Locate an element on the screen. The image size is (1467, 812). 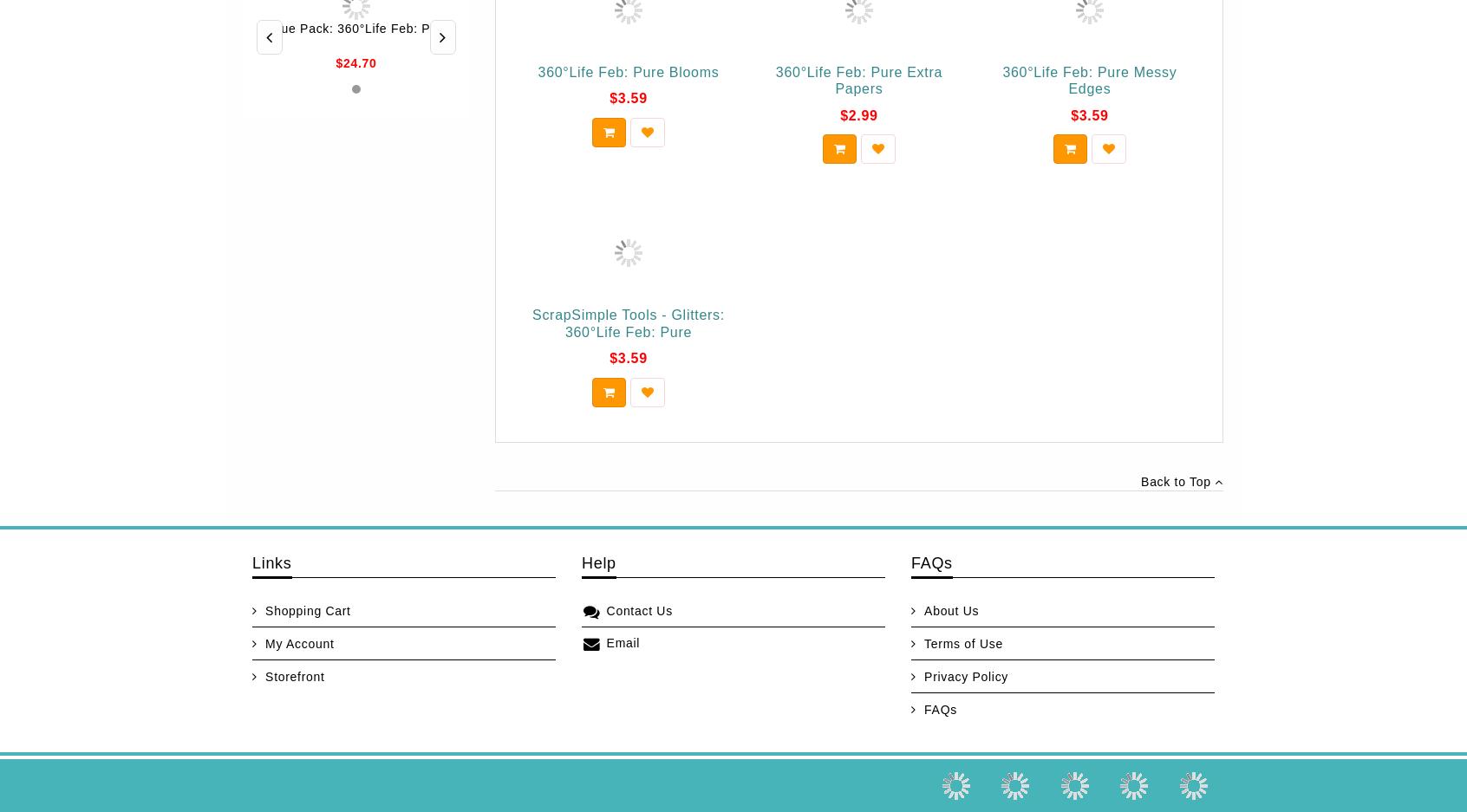
'Back to Top' is located at coordinates (1140, 480).